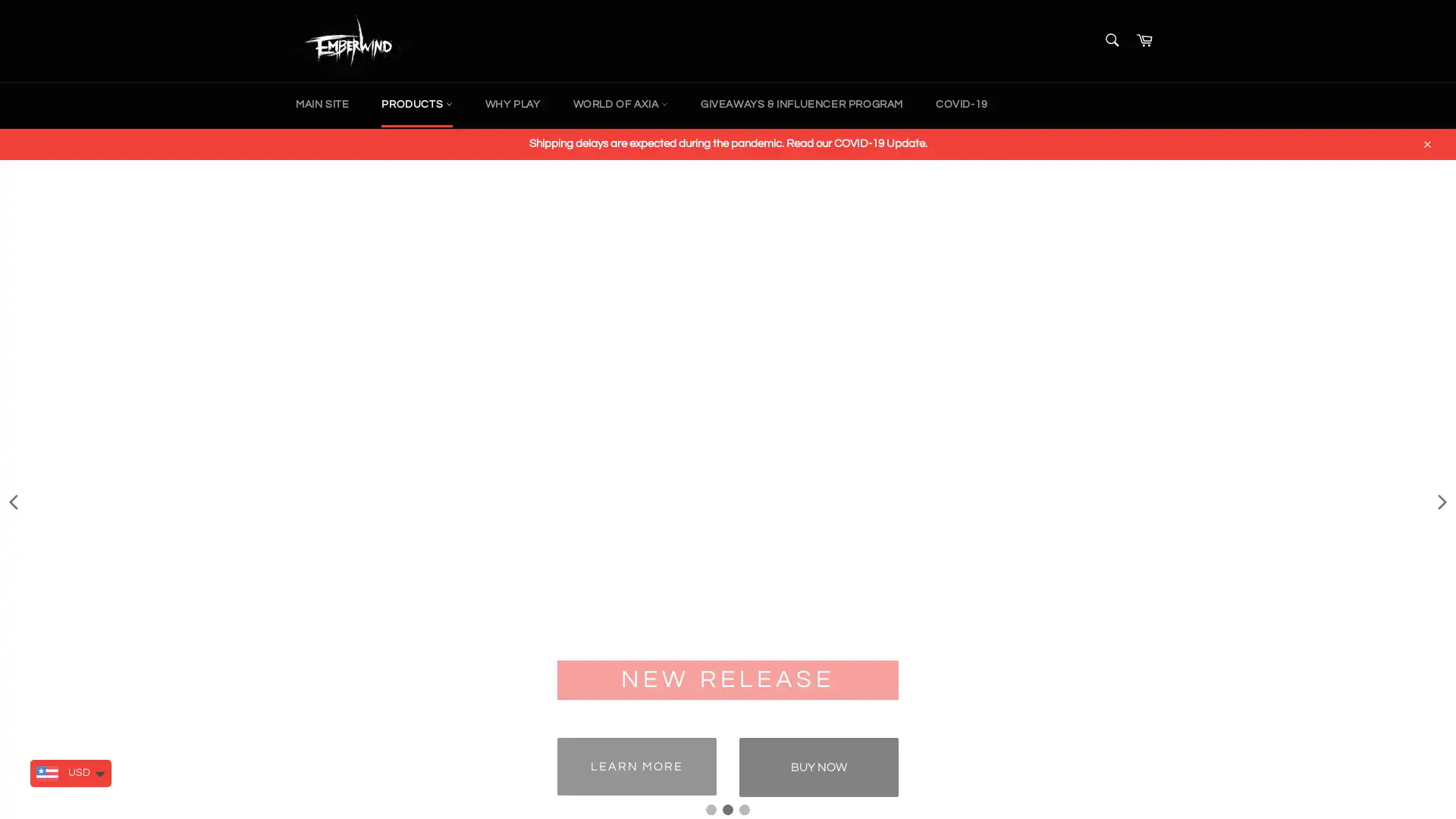  I want to click on Close, so click(1426, 141).